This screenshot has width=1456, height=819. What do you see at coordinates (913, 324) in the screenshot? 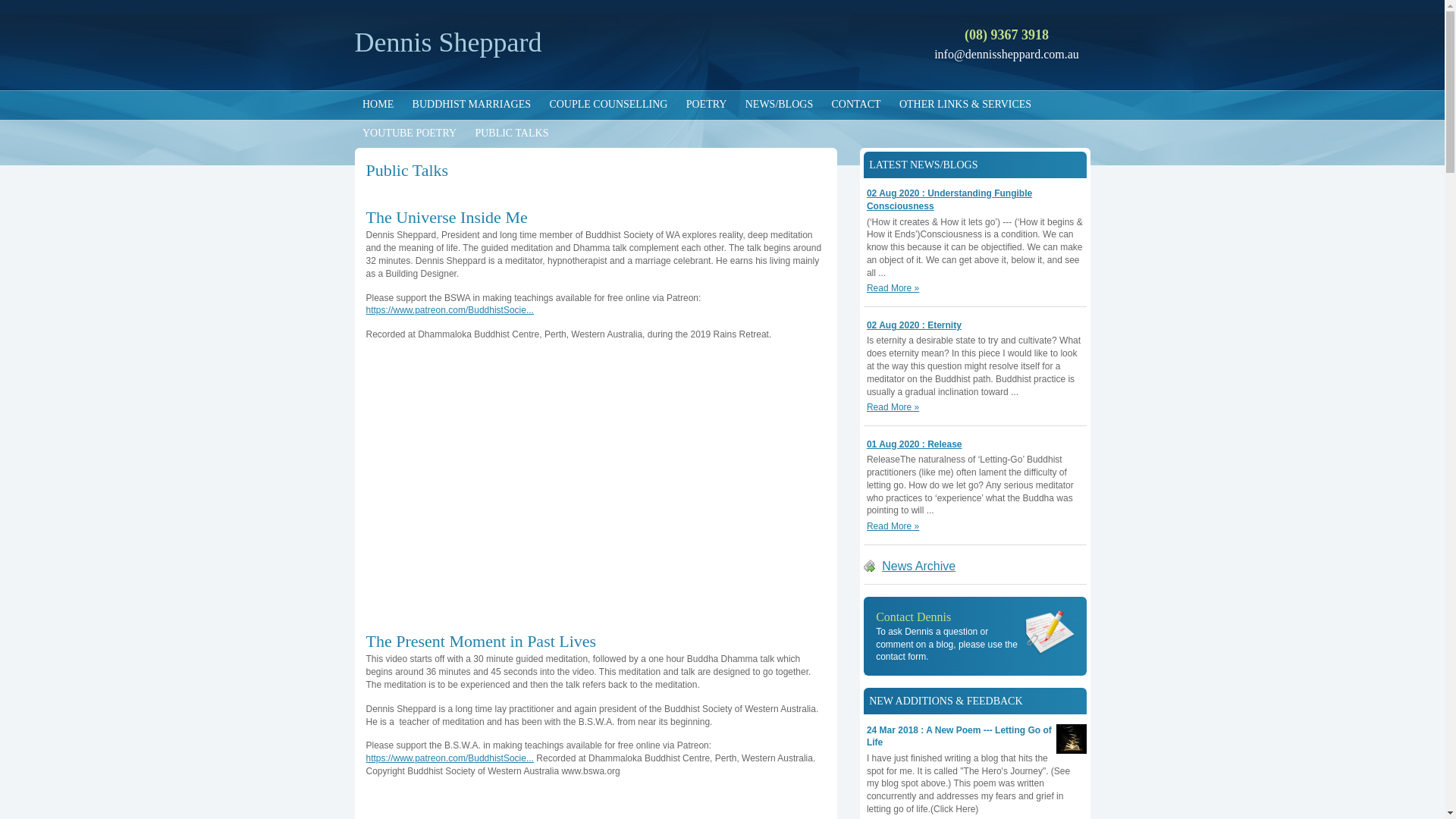
I see `'02 Aug 2020 : Eternity'` at bounding box center [913, 324].